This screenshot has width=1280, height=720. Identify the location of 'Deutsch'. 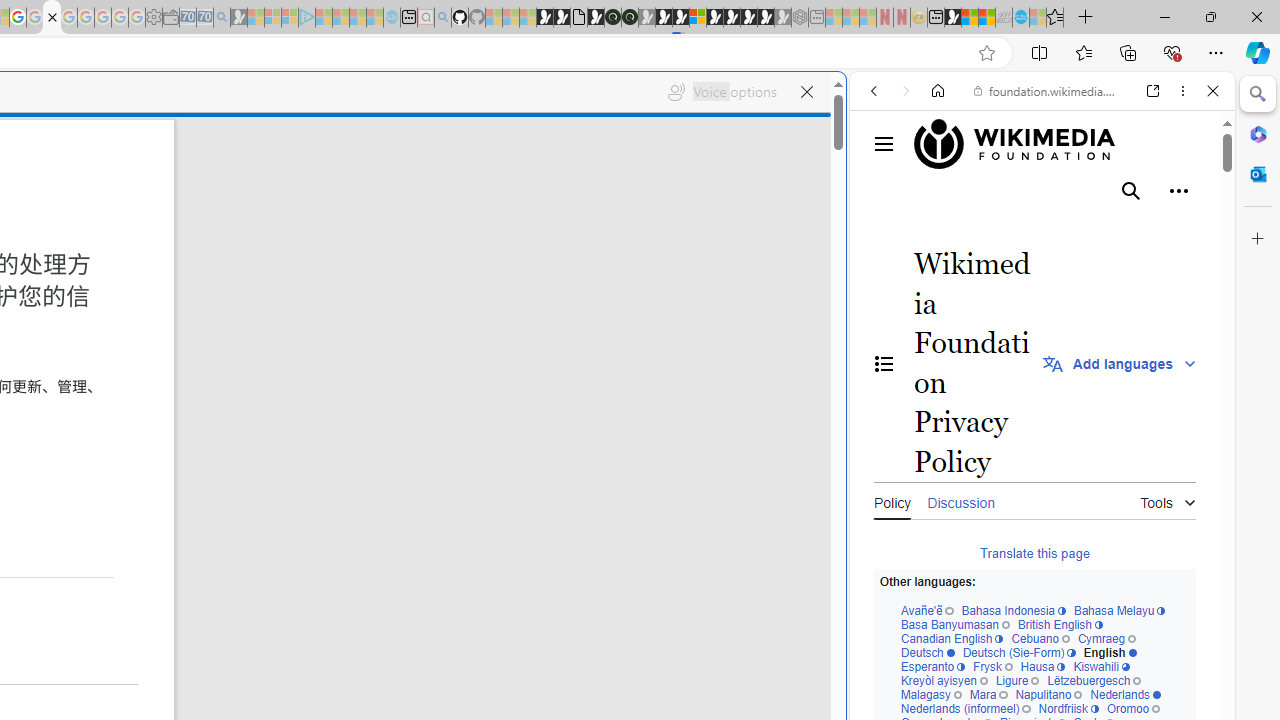
(926, 653).